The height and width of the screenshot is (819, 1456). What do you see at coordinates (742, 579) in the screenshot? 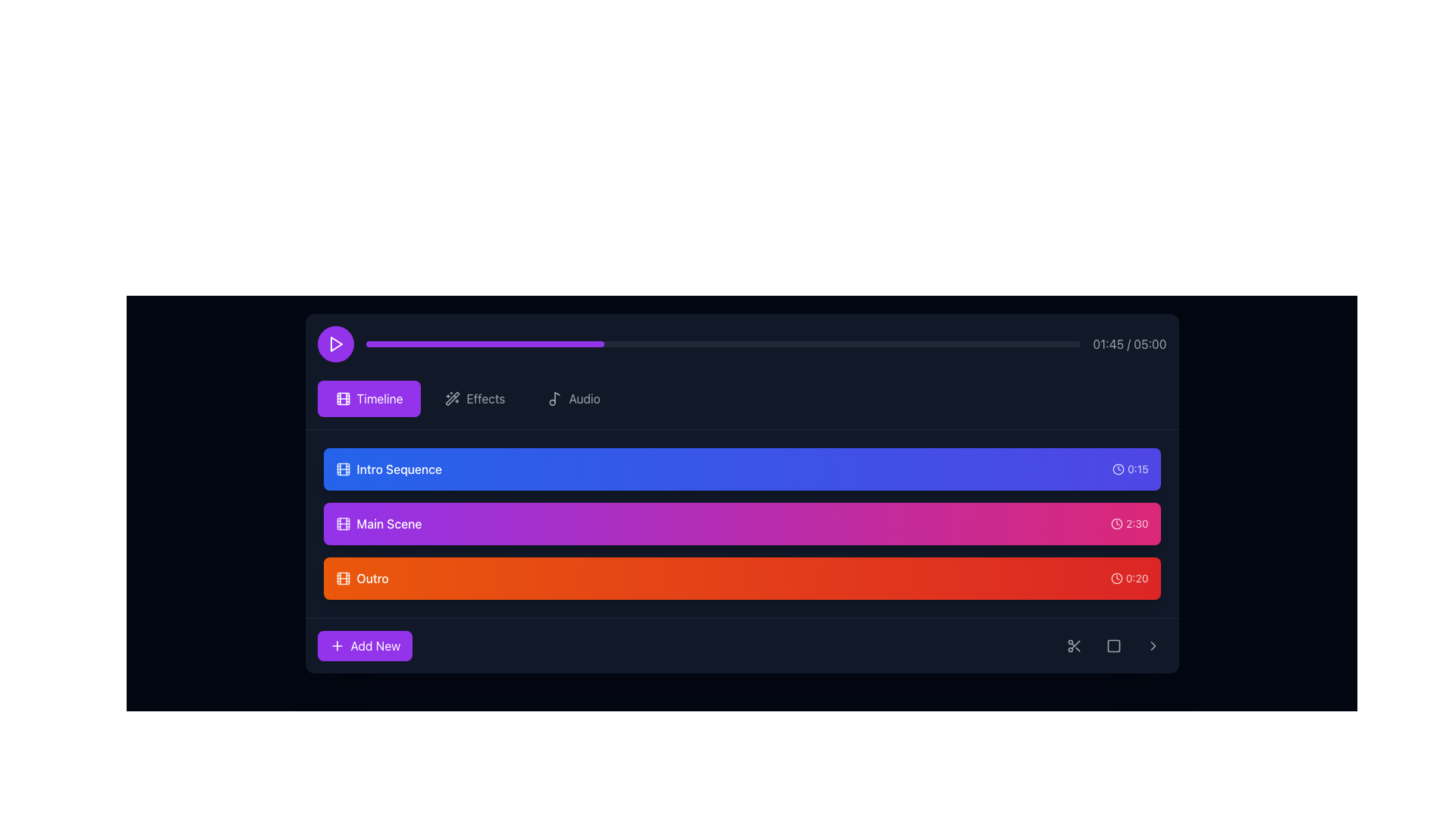
I see `the 'Outro' button-like section indicator, which has a gradient background and is the third item in the list` at bounding box center [742, 579].